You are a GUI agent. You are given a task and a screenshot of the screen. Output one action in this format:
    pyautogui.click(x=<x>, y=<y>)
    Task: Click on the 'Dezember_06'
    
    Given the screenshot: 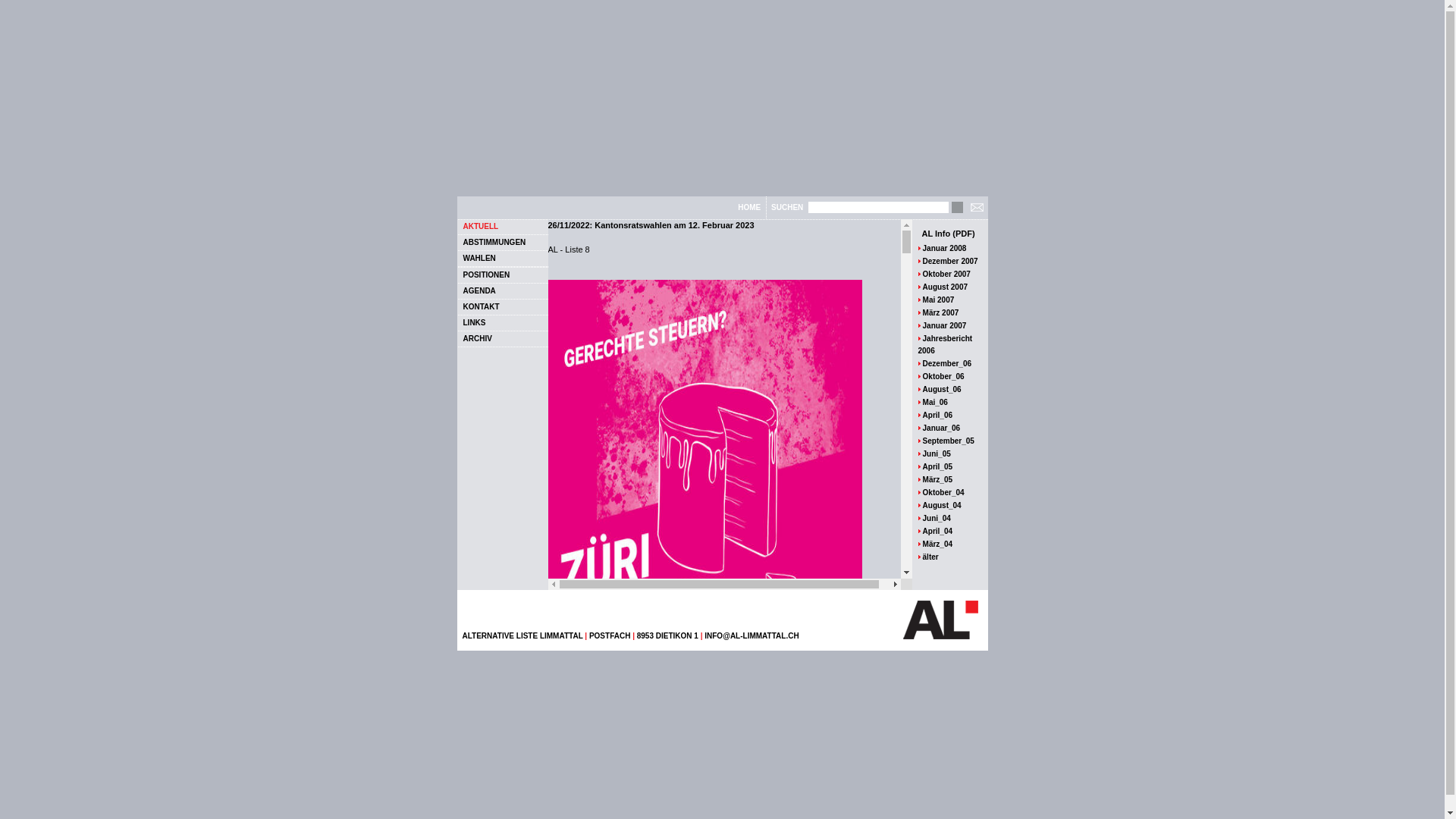 What is the action you would take?
    pyautogui.click(x=946, y=363)
    